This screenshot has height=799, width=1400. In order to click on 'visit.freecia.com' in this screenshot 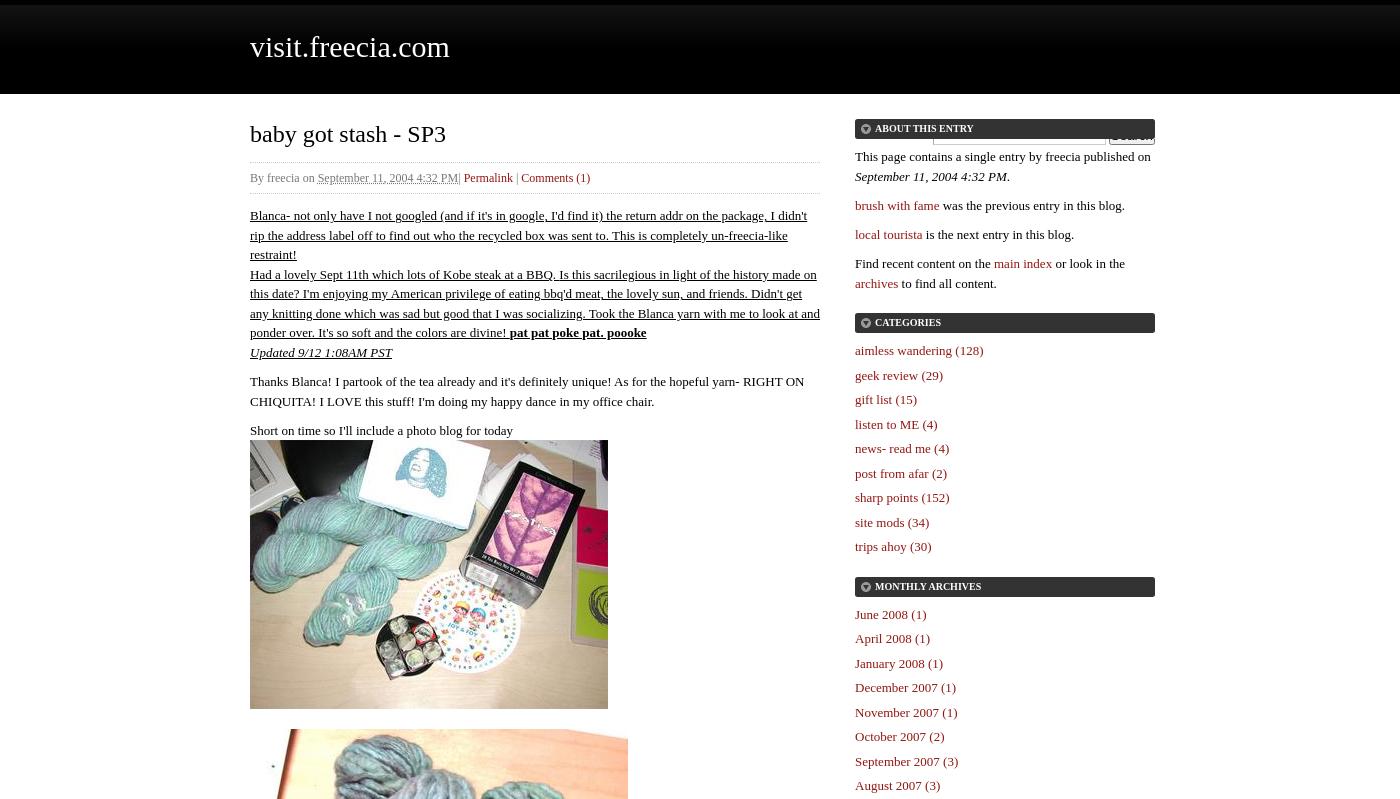, I will do `click(349, 45)`.